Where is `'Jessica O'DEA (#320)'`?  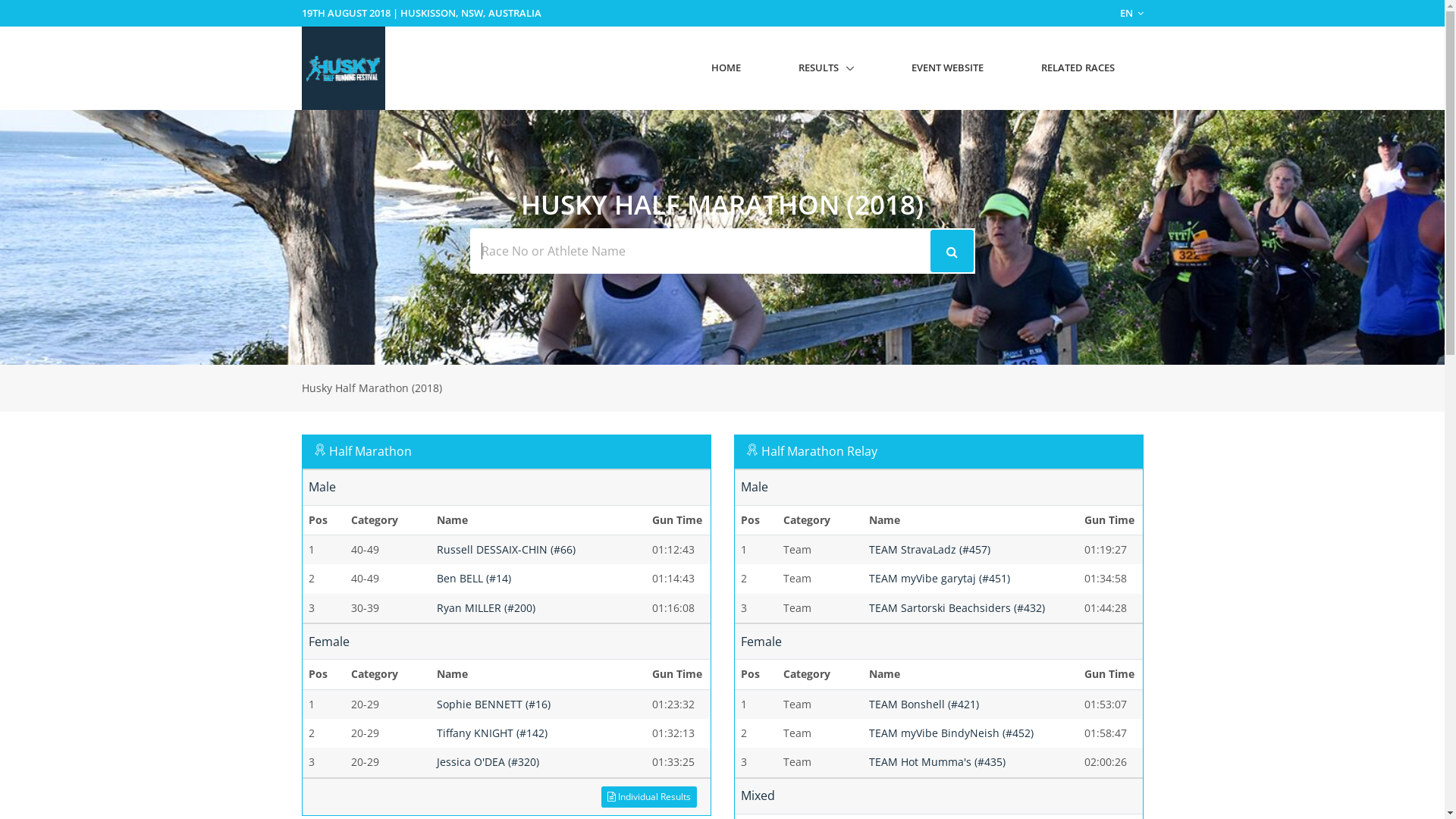 'Jessica O'DEA (#320)' is located at coordinates (488, 761).